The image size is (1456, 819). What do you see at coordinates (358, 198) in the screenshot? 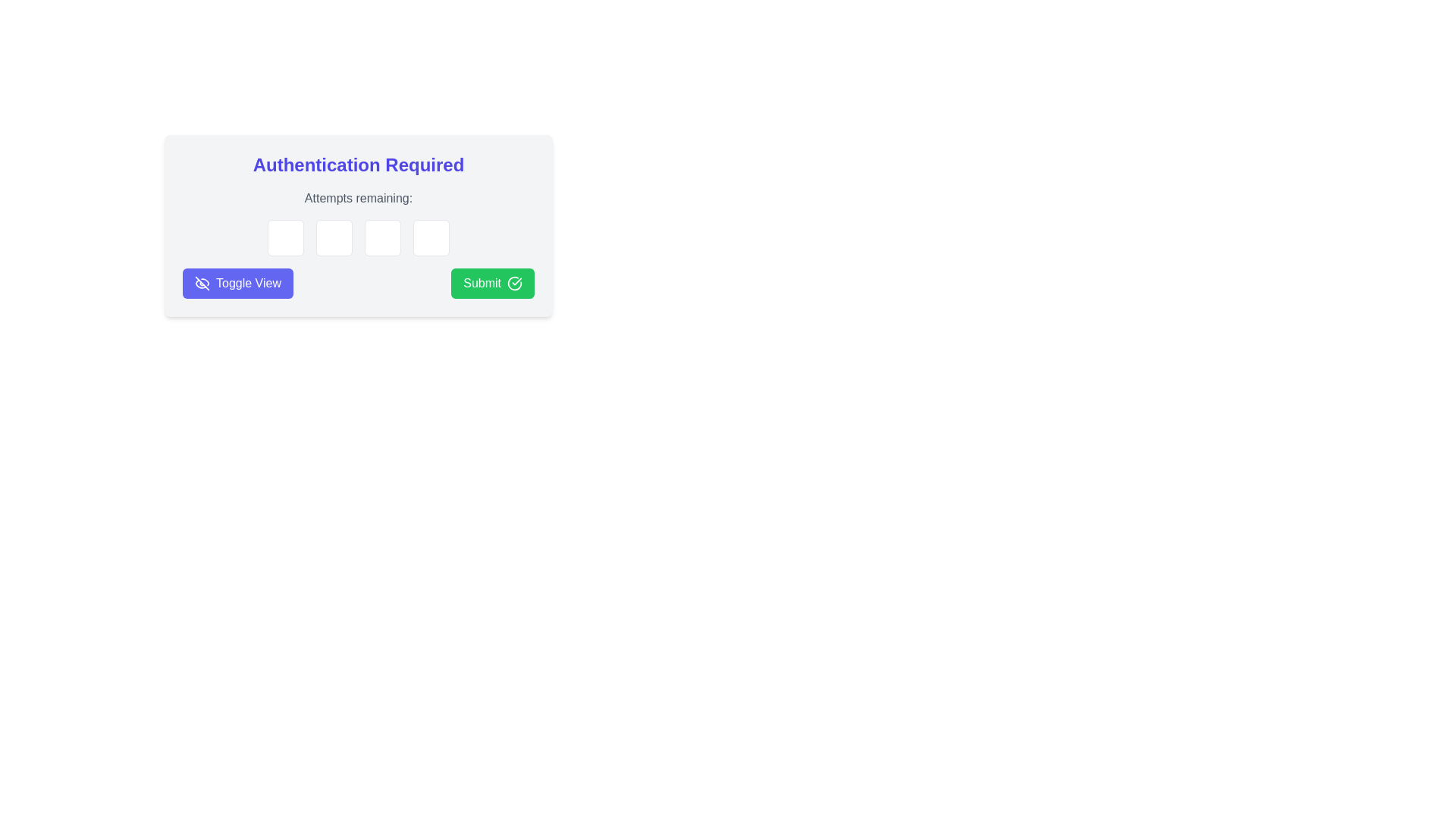
I see `the text label that displays 'Attempts remaining:' styled in gray font, located below the heading 'Authentication Required'` at bounding box center [358, 198].